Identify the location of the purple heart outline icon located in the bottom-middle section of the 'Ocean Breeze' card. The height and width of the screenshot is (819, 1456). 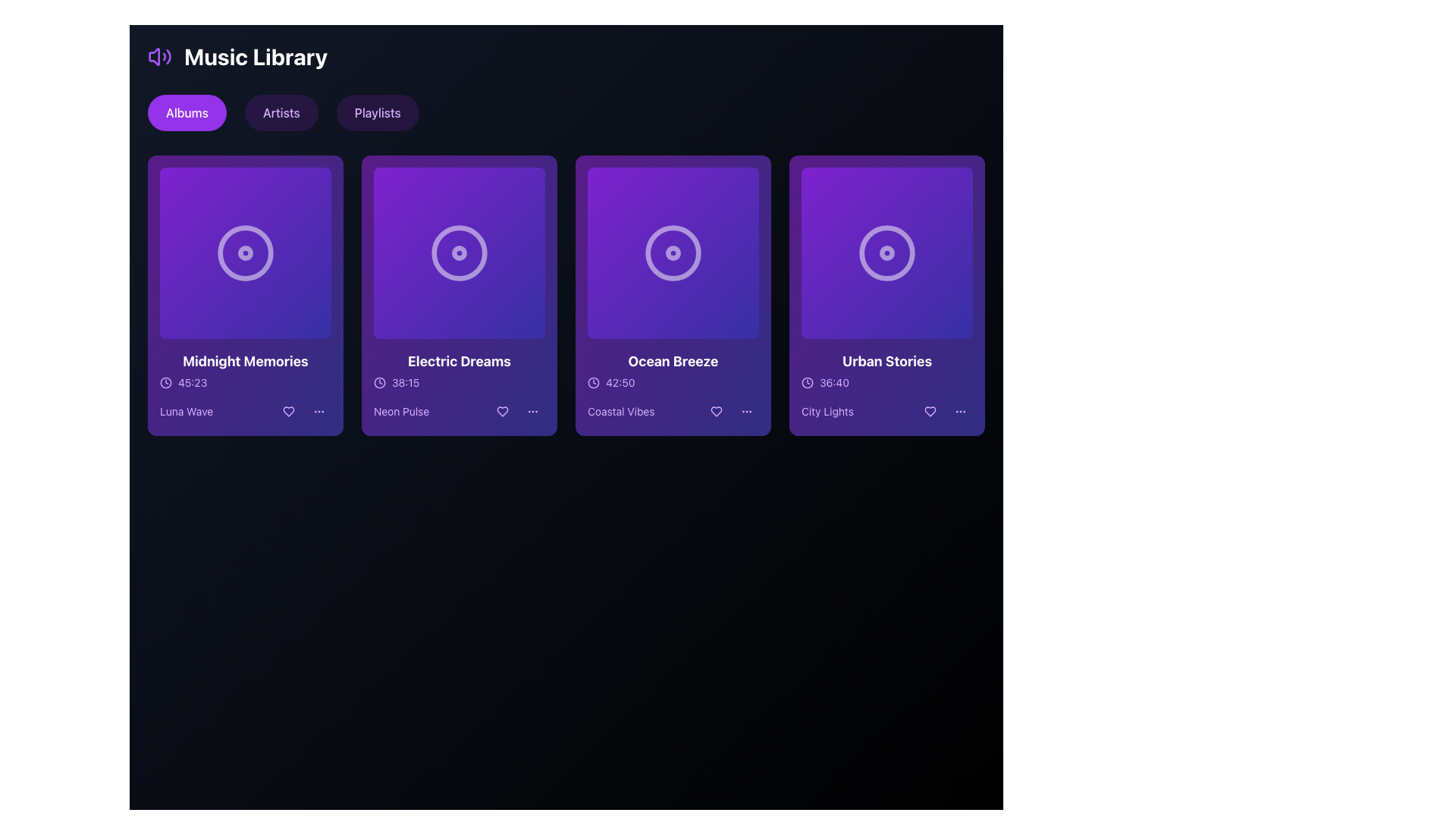
(716, 412).